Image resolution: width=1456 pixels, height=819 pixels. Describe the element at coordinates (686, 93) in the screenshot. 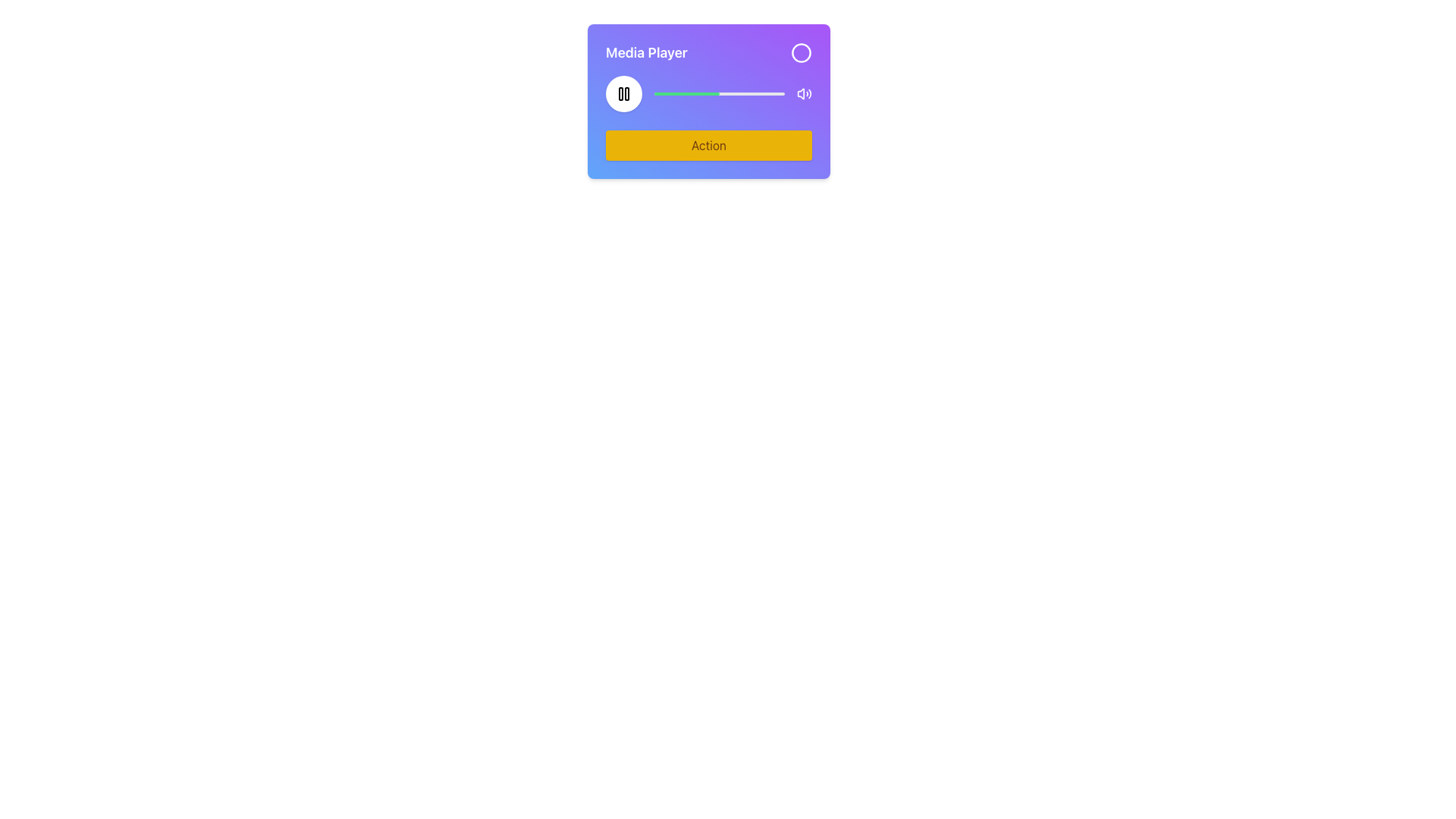

I see `the Progress Bar located at the upper half of the media player's card layout, which visually indicates progress for the associated media player` at that location.